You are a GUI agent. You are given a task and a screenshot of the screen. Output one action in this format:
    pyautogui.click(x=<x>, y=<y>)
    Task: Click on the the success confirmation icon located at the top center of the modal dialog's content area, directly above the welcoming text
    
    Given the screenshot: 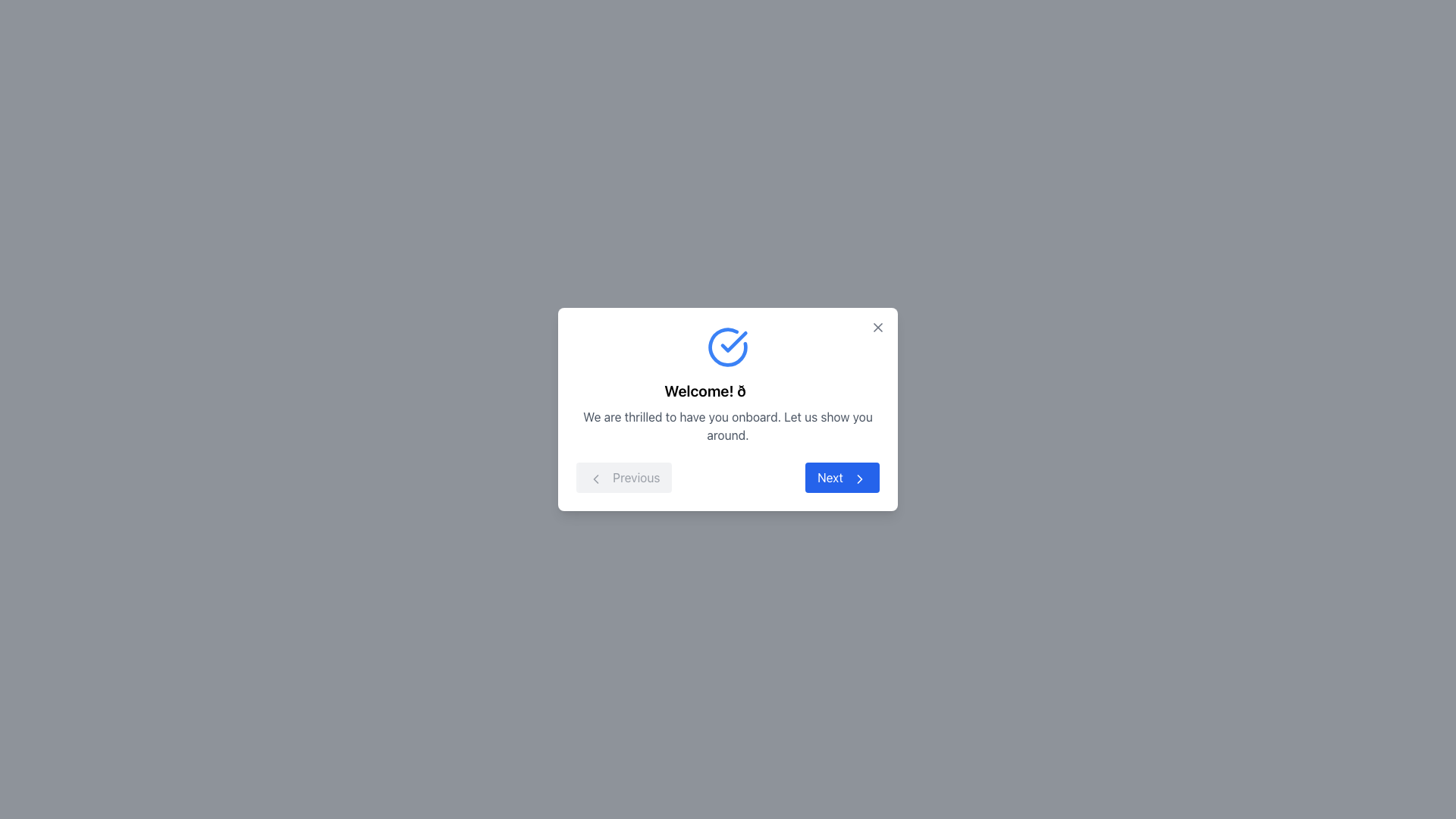 What is the action you would take?
    pyautogui.click(x=728, y=347)
    